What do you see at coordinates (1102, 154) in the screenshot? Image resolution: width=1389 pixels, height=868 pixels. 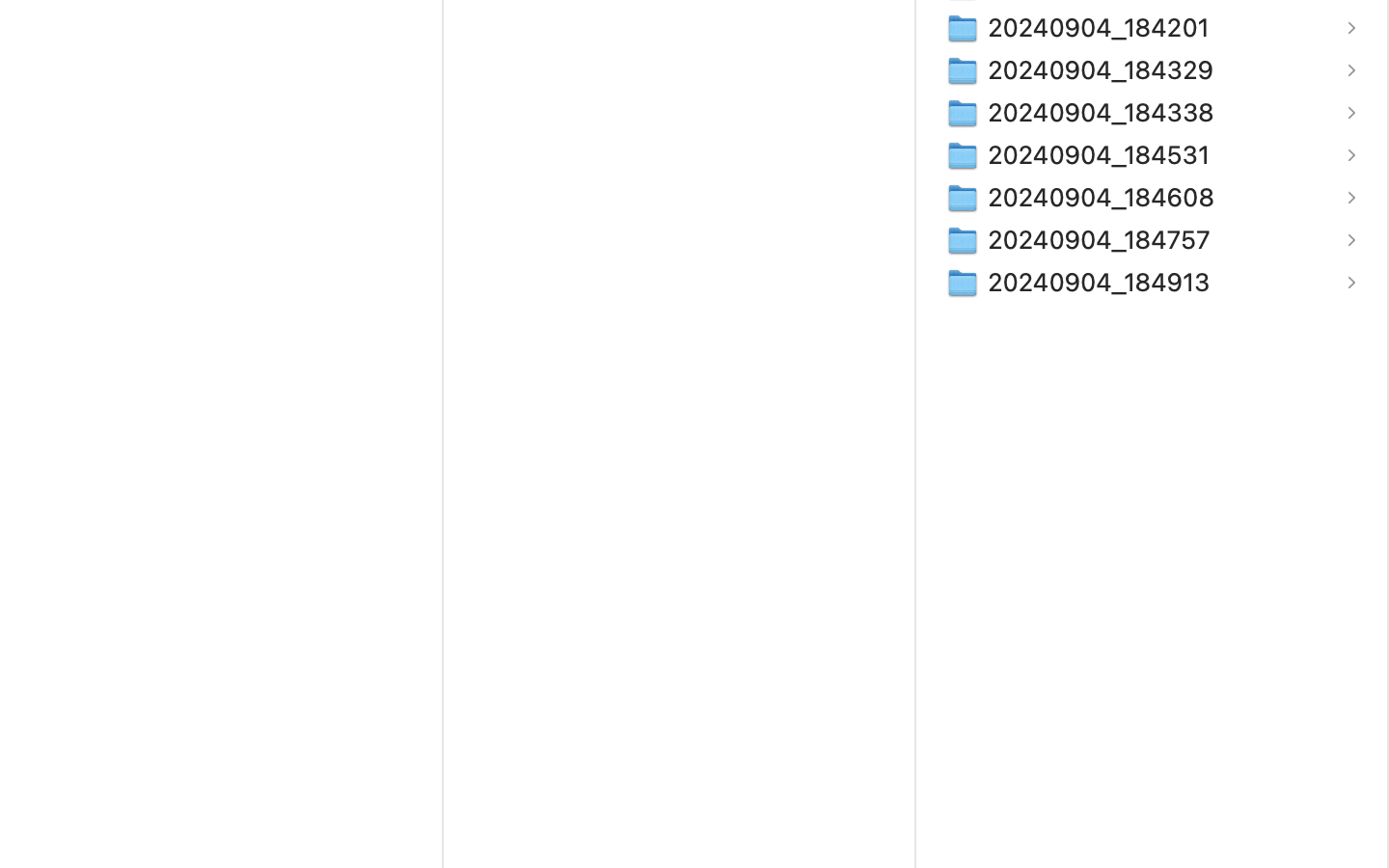 I see `'20240904_184531'` at bounding box center [1102, 154].